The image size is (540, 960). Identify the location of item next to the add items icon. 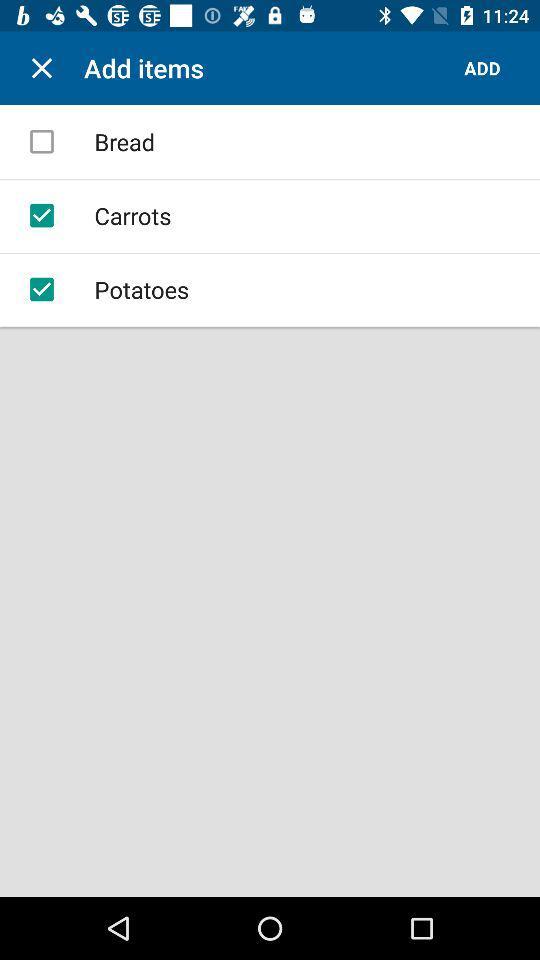
(42, 68).